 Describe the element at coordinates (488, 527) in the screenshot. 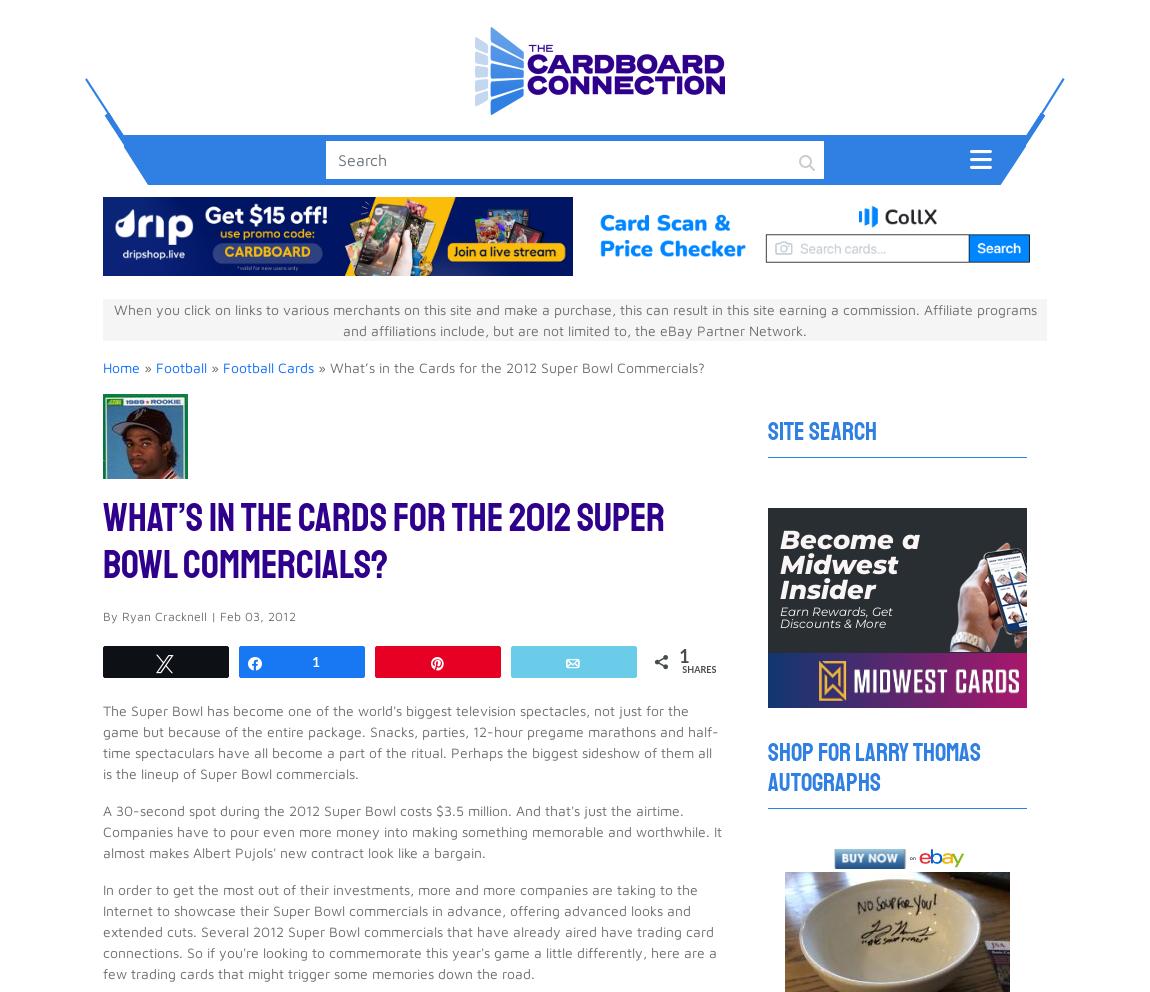

I see `'1989 Pro Set #486 Deion Sanders MGS GRADED 10 Gem Mint Rookie Card RC Falcons CB'` at that location.